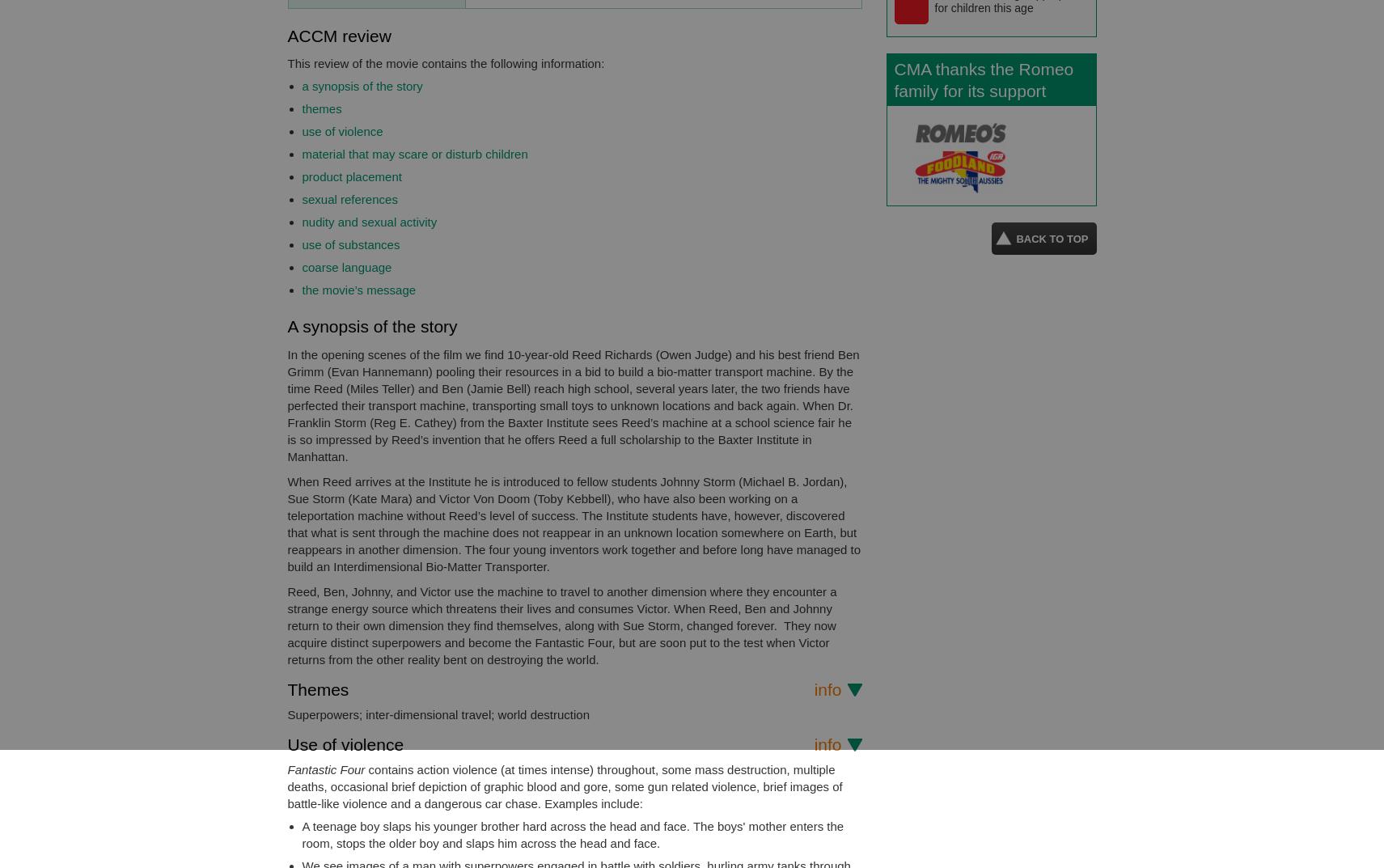 The width and height of the screenshot is (1384, 868). What do you see at coordinates (287, 404) in the screenshot?
I see `'In the opening scenes of the film we find 10-year-old Reed Richards (Owen Judge) and his best friend Ben Grimm (Evan Hannemann) pooling their resources in a bid to build a bio-matter transport machine. By the time Reed (Miles Teller) and Ben (Jamie Bell) reach high school, several years later, the two friends have perfected their transport machine, transporting small toys to unknown locations and back again. When Dr. Franklin Storm (Reg E. Cathey) from the Baxter Institute sees Reed’s machine at a school science fair he is so impressed by Reed’s invention that he offers Reed a full scholarship to the Baxter Institute in Manhattan.'` at bounding box center [287, 404].